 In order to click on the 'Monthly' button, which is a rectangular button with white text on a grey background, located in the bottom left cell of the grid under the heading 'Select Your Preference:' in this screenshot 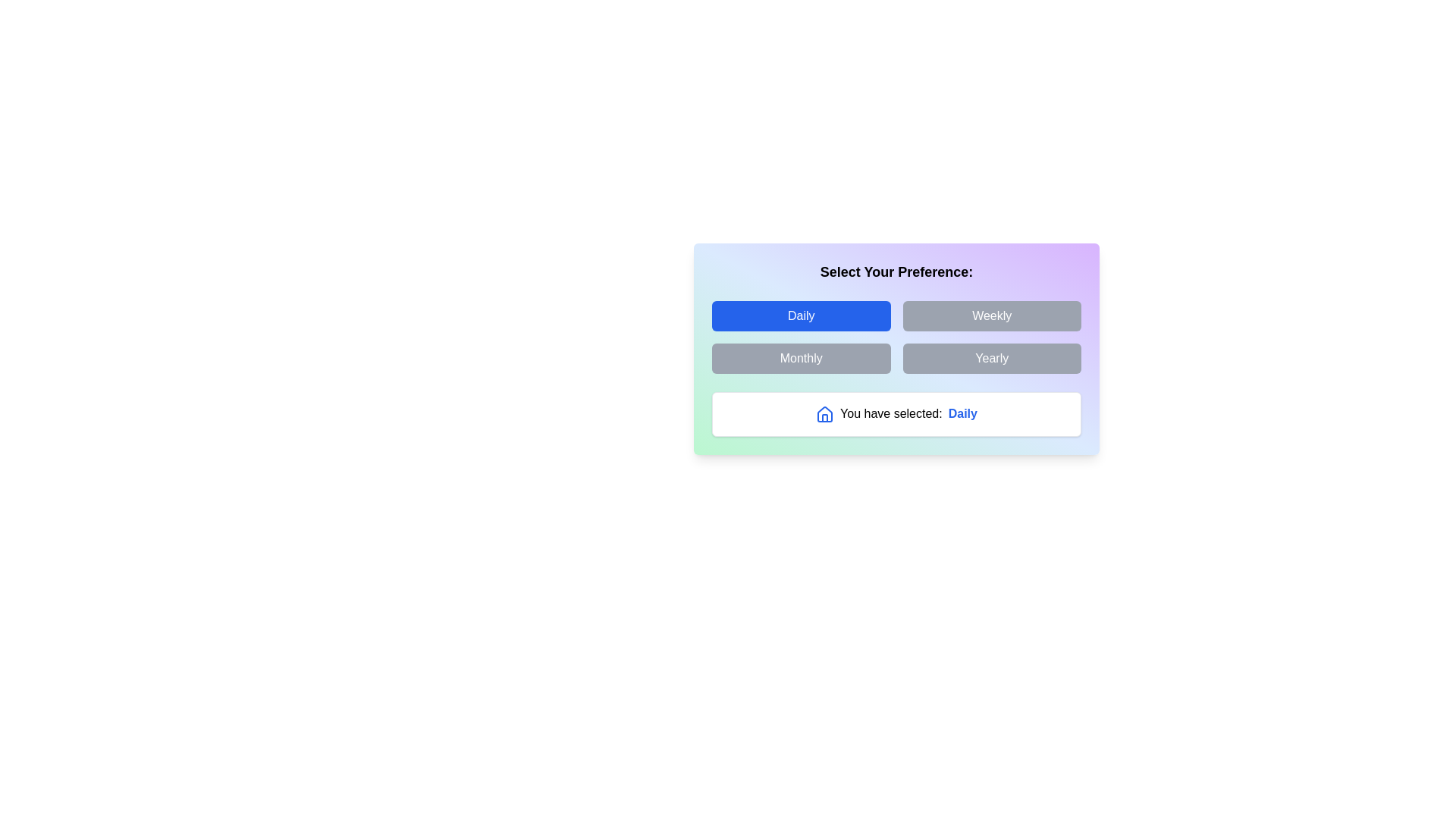, I will do `click(800, 359)`.